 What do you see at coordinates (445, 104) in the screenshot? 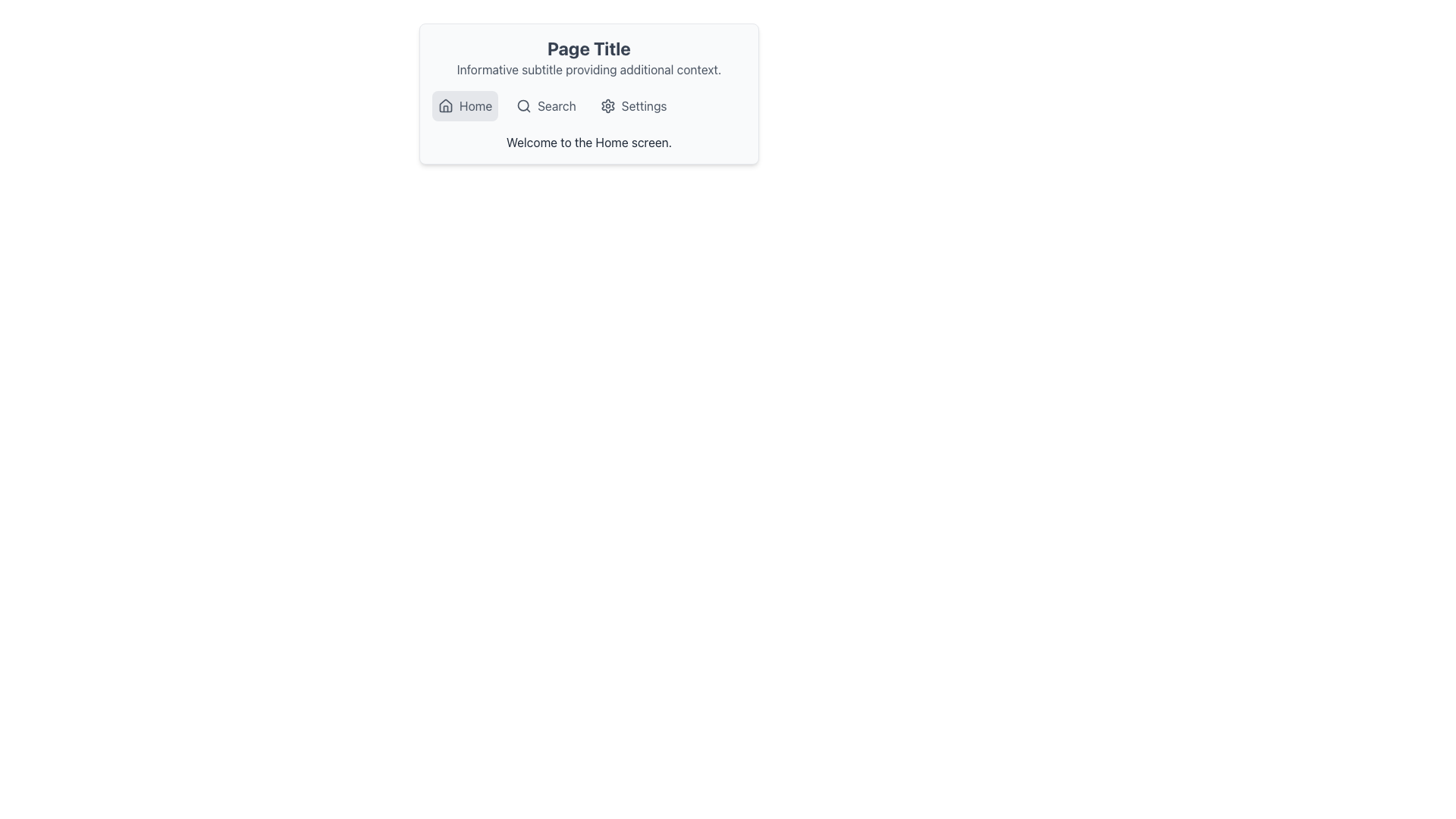
I see `the lower portion of the house icon located in the top-center area of the user interface, which represents a home page navigation action` at bounding box center [445, 104].